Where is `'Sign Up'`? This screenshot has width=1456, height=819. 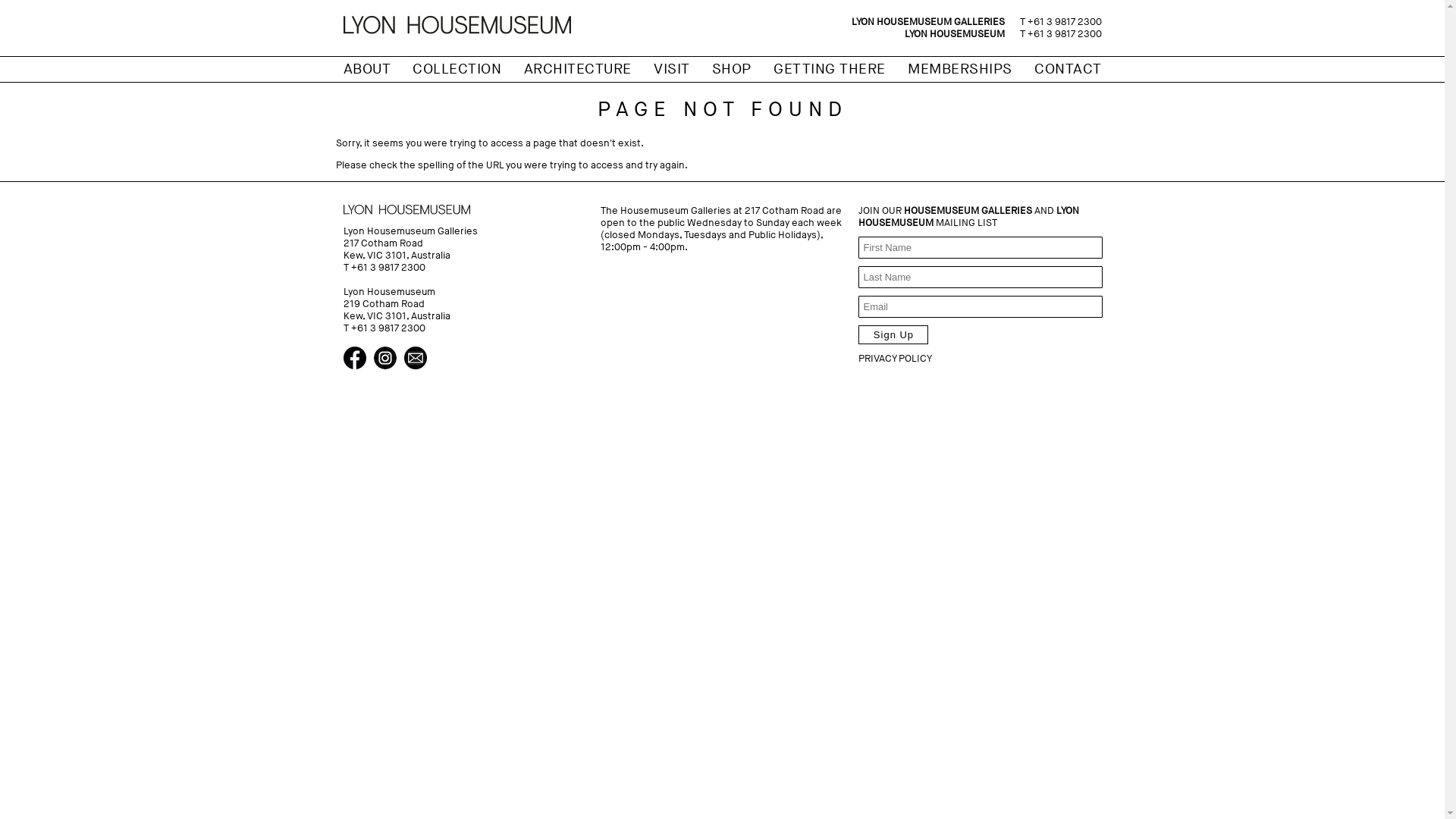 'Sign Up' is located at coordinates (858, 334).